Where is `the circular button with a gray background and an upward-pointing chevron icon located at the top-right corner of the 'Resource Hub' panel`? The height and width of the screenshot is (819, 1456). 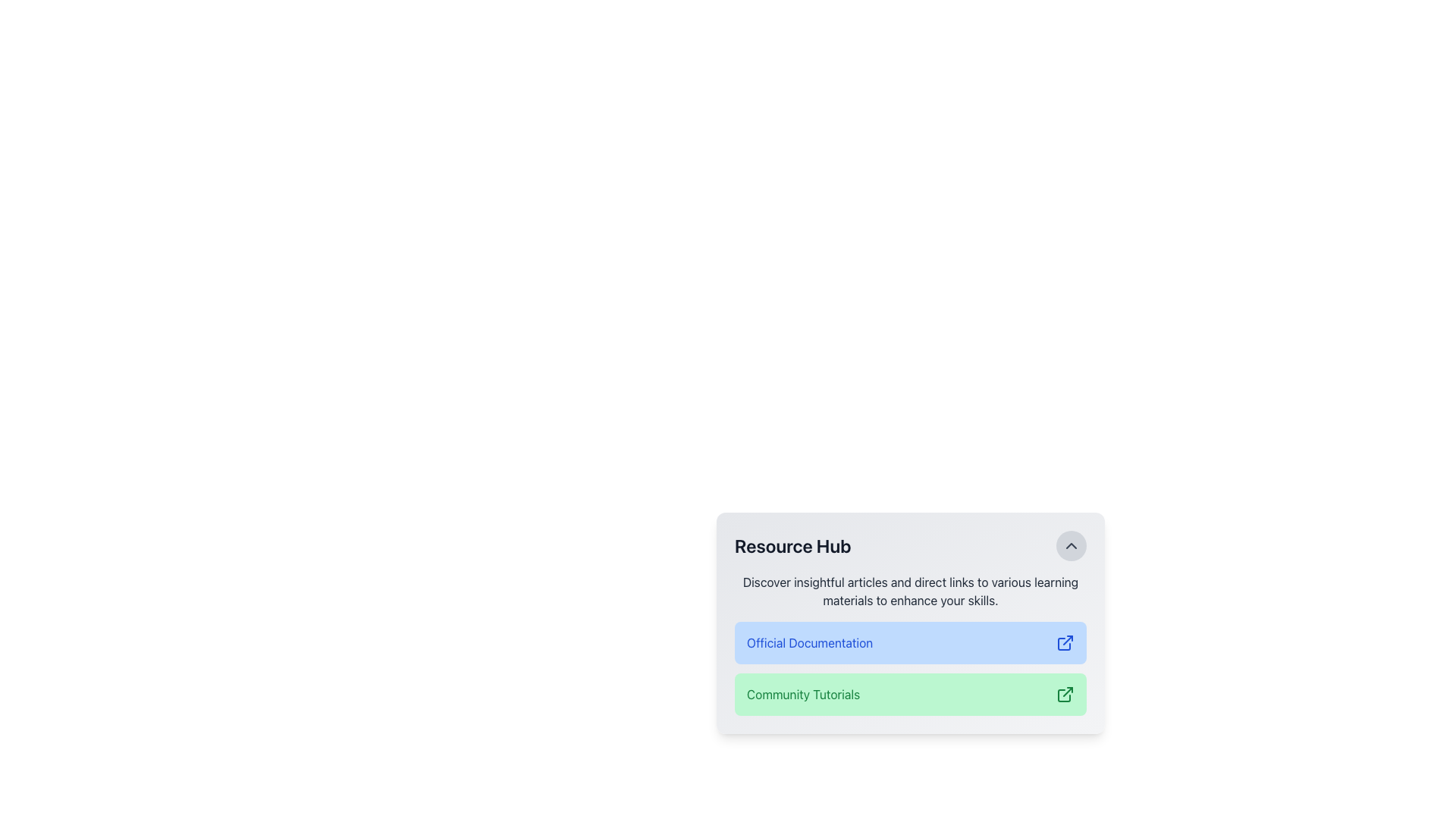 the circular button with a gray background and an upward-pointing chevron icon located at the top-right corner of the 'Resource Hub' panel is located at coordinates (1070, 546).